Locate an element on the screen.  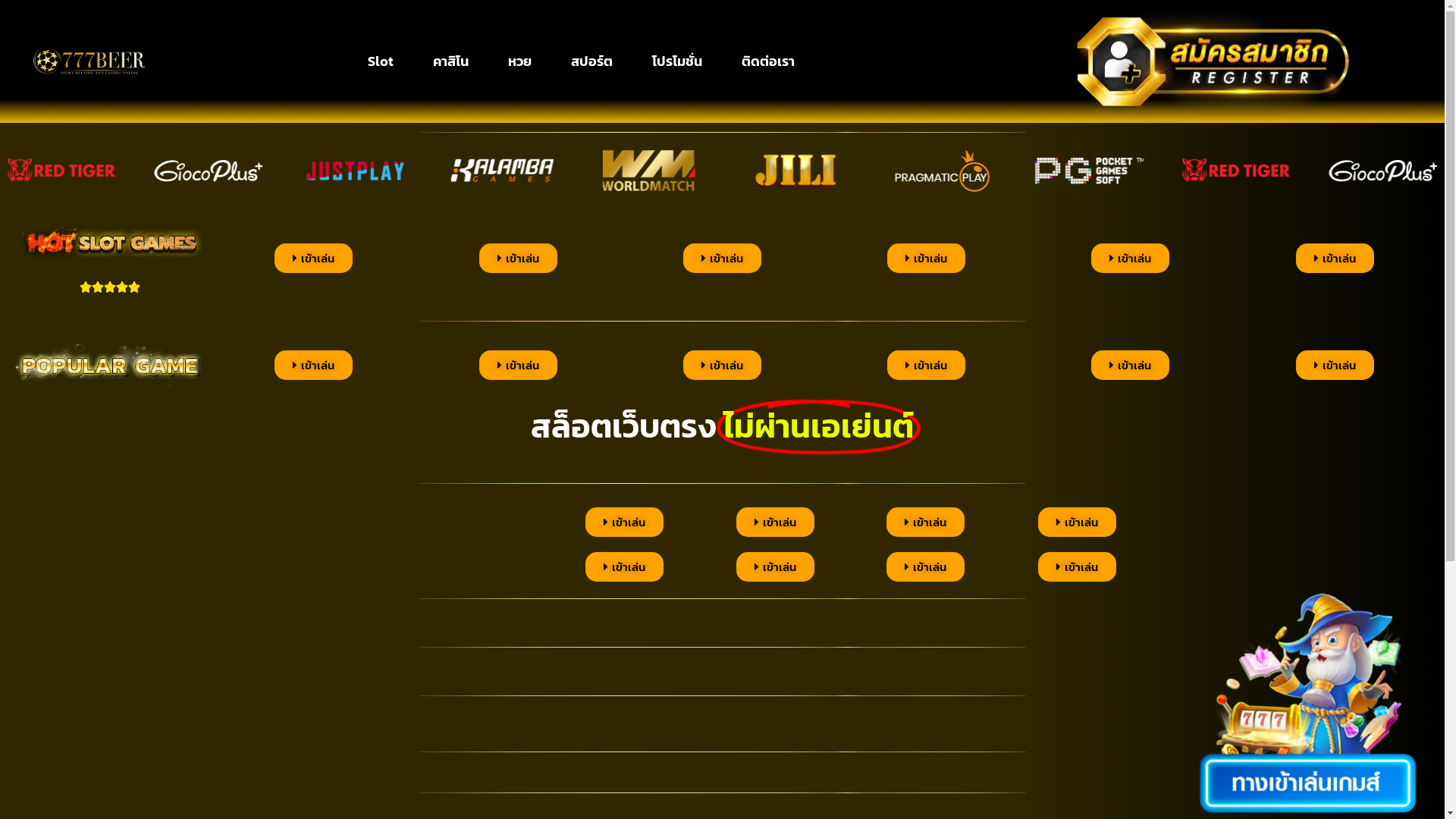
'Slot' is located at coordinates (381, 61).